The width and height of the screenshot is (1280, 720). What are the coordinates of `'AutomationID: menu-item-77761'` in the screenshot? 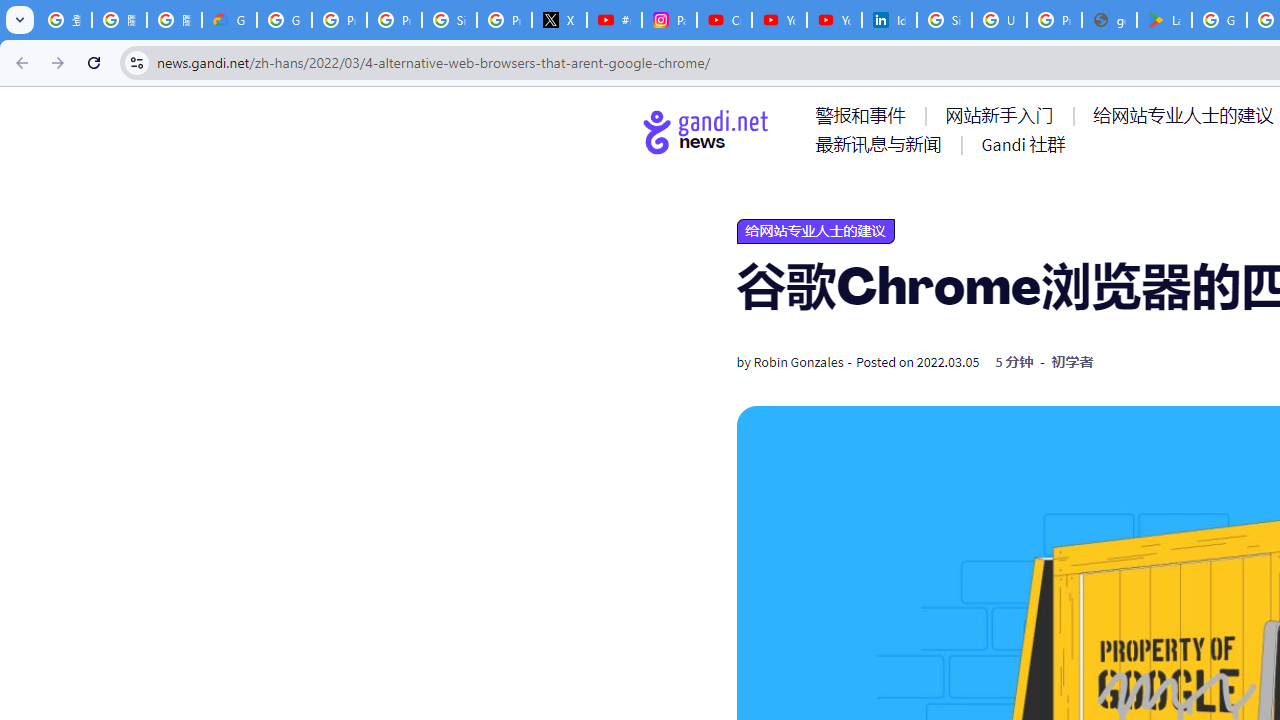 It's located at (864, 115).